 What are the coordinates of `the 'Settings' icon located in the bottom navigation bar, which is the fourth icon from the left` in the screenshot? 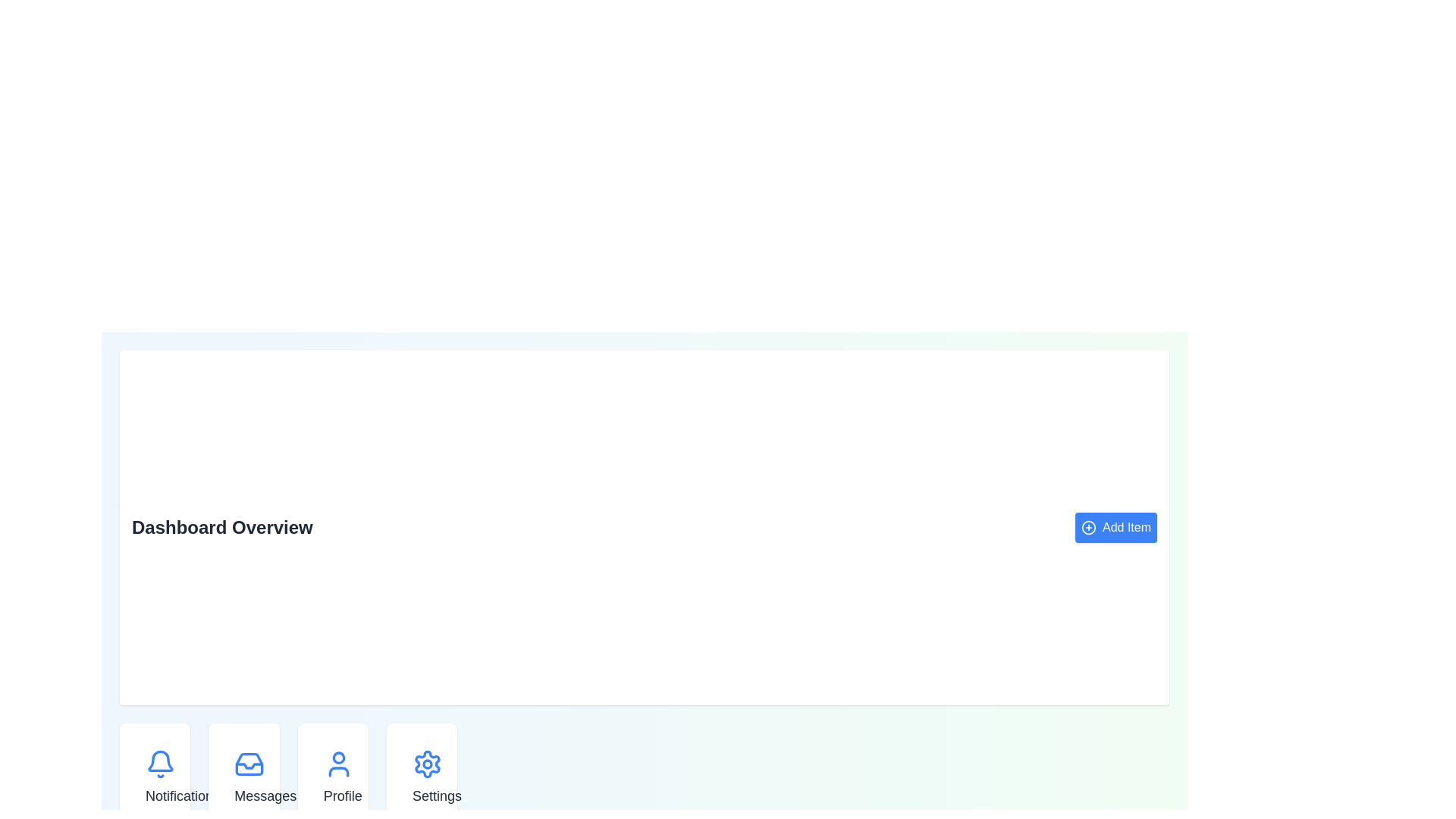 It's located at (427, 764).